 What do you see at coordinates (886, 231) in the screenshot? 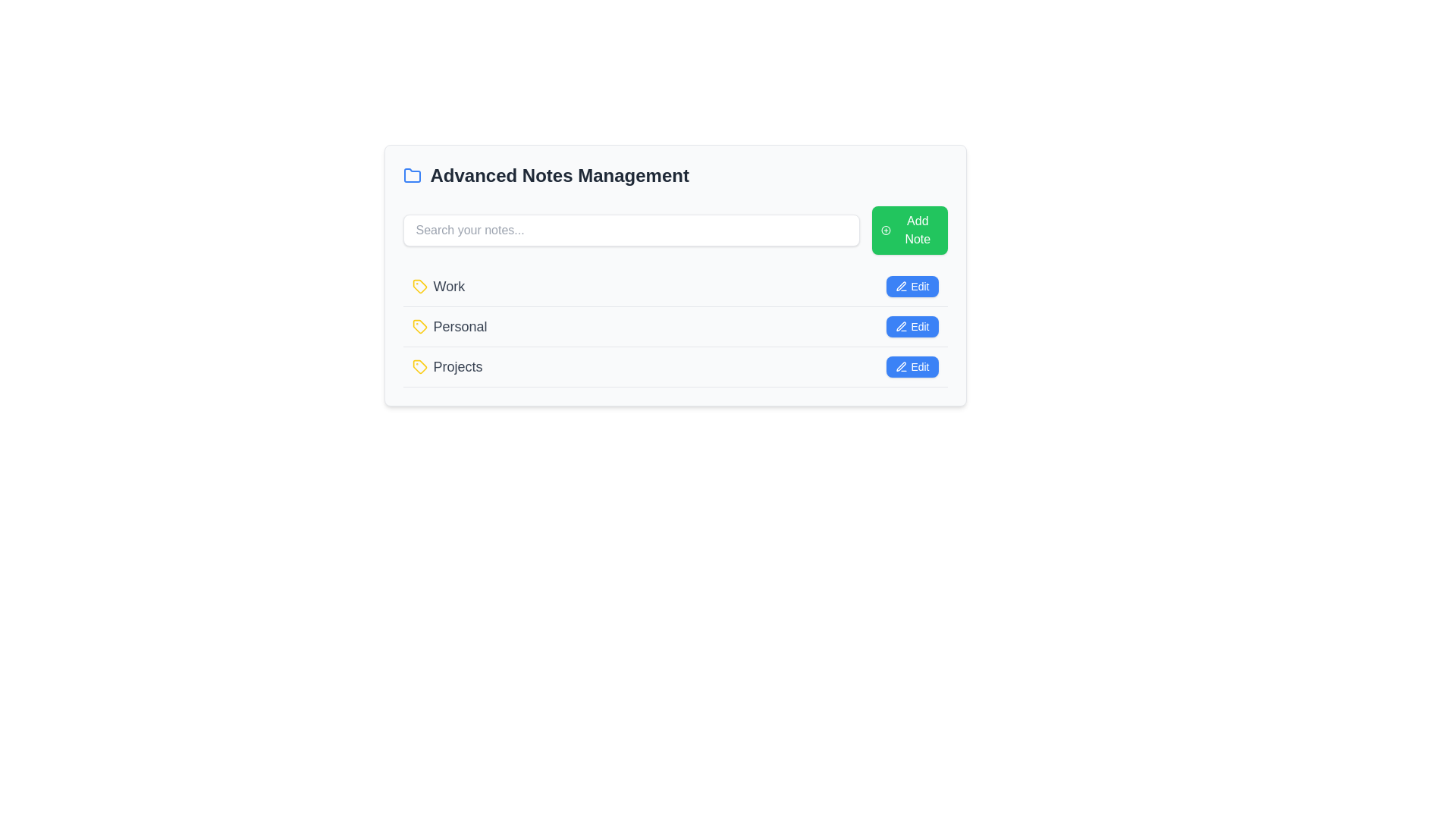
I see `the circular icon with a plus symbol embedded in it, located on the left side of the 'Add Note' button` at bounding box center [886, 231].